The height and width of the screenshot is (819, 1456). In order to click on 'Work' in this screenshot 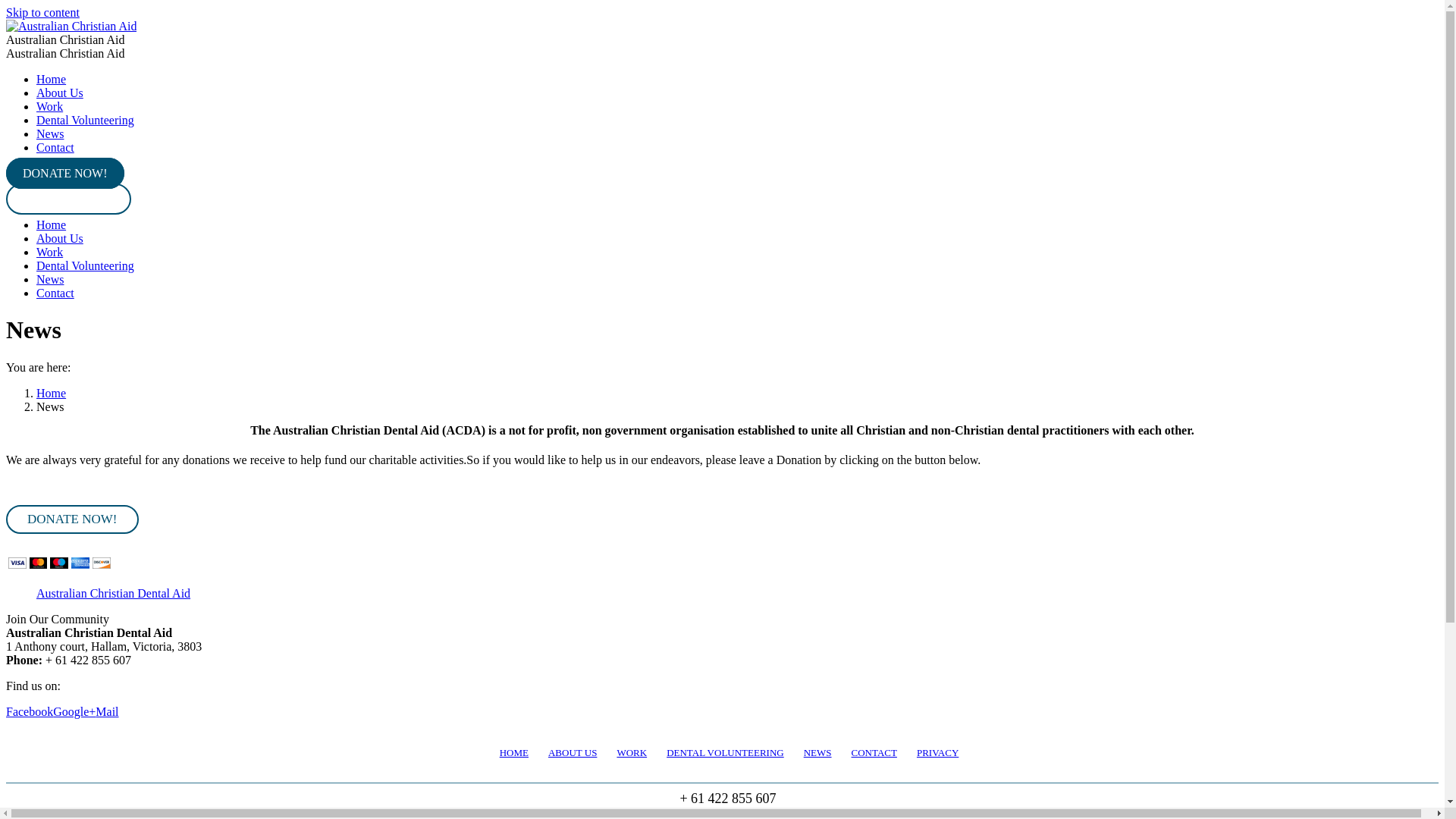, I will do `click(49, 251)`.